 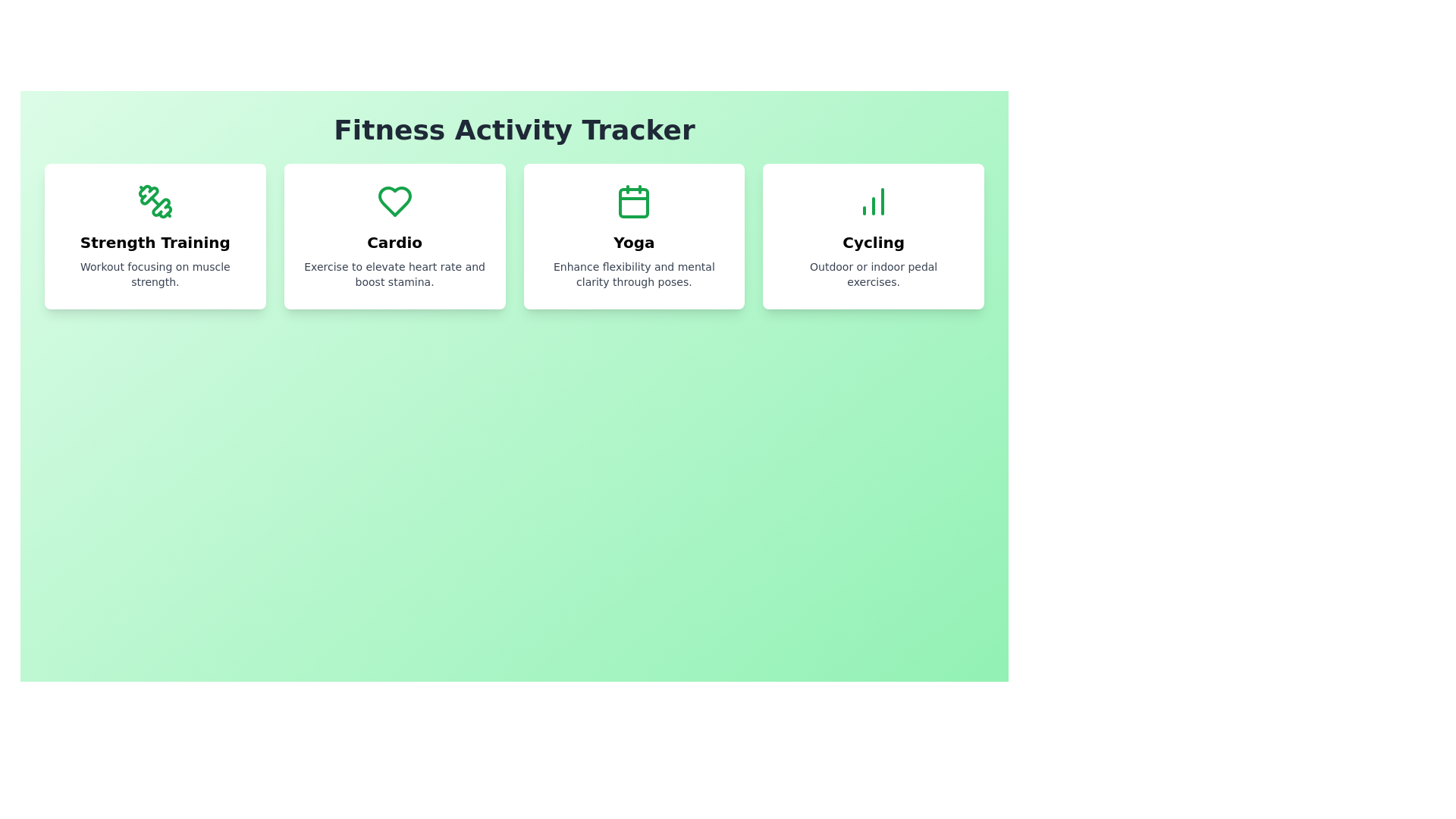 I want to click on the yoga activity card component, so click(x=634, y=237).